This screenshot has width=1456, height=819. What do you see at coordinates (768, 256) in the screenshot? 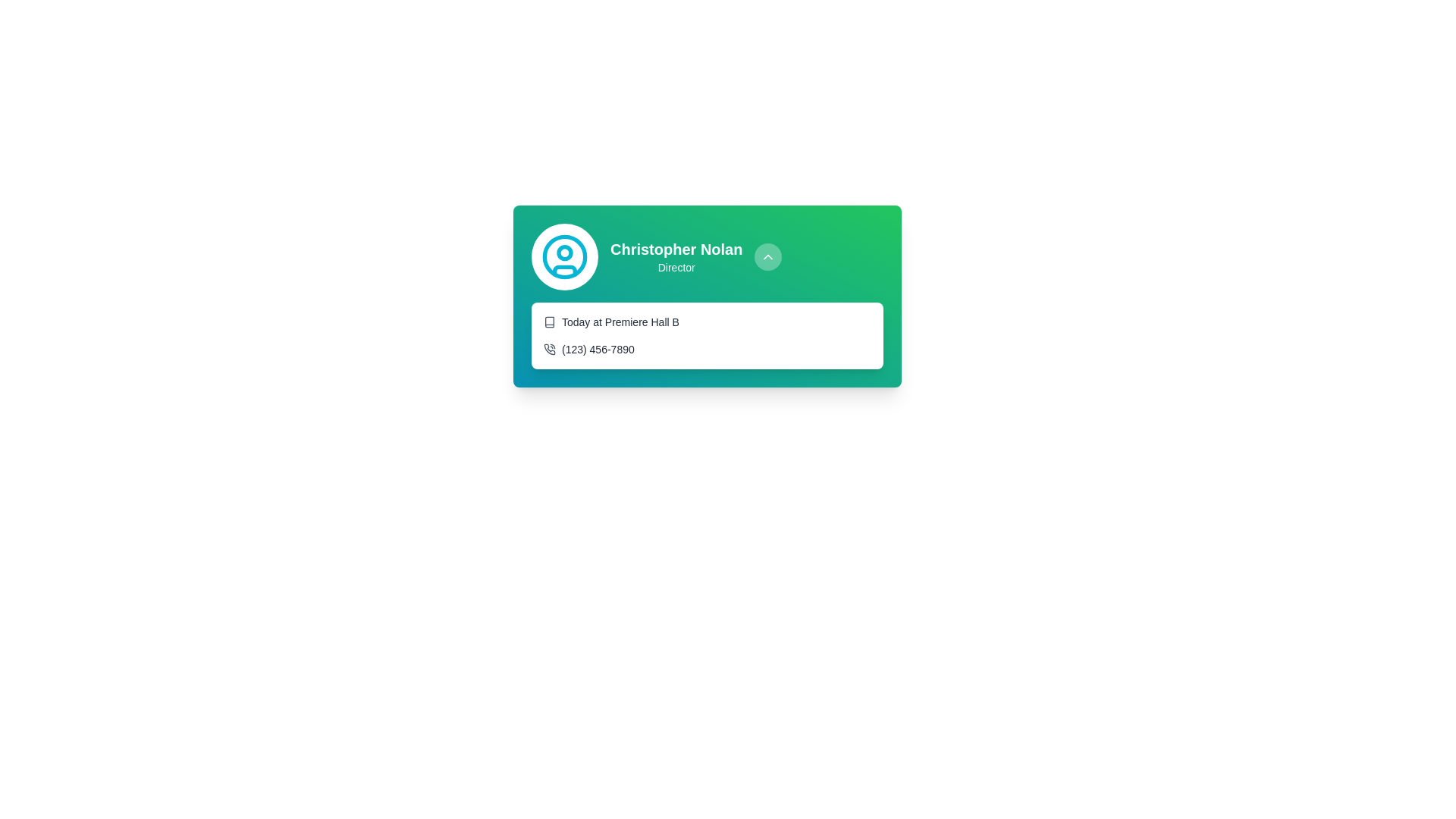
I see `the circular button with a semi-transparent white background and an upward-pointing arrow icon` at bounding box center [768, 256].